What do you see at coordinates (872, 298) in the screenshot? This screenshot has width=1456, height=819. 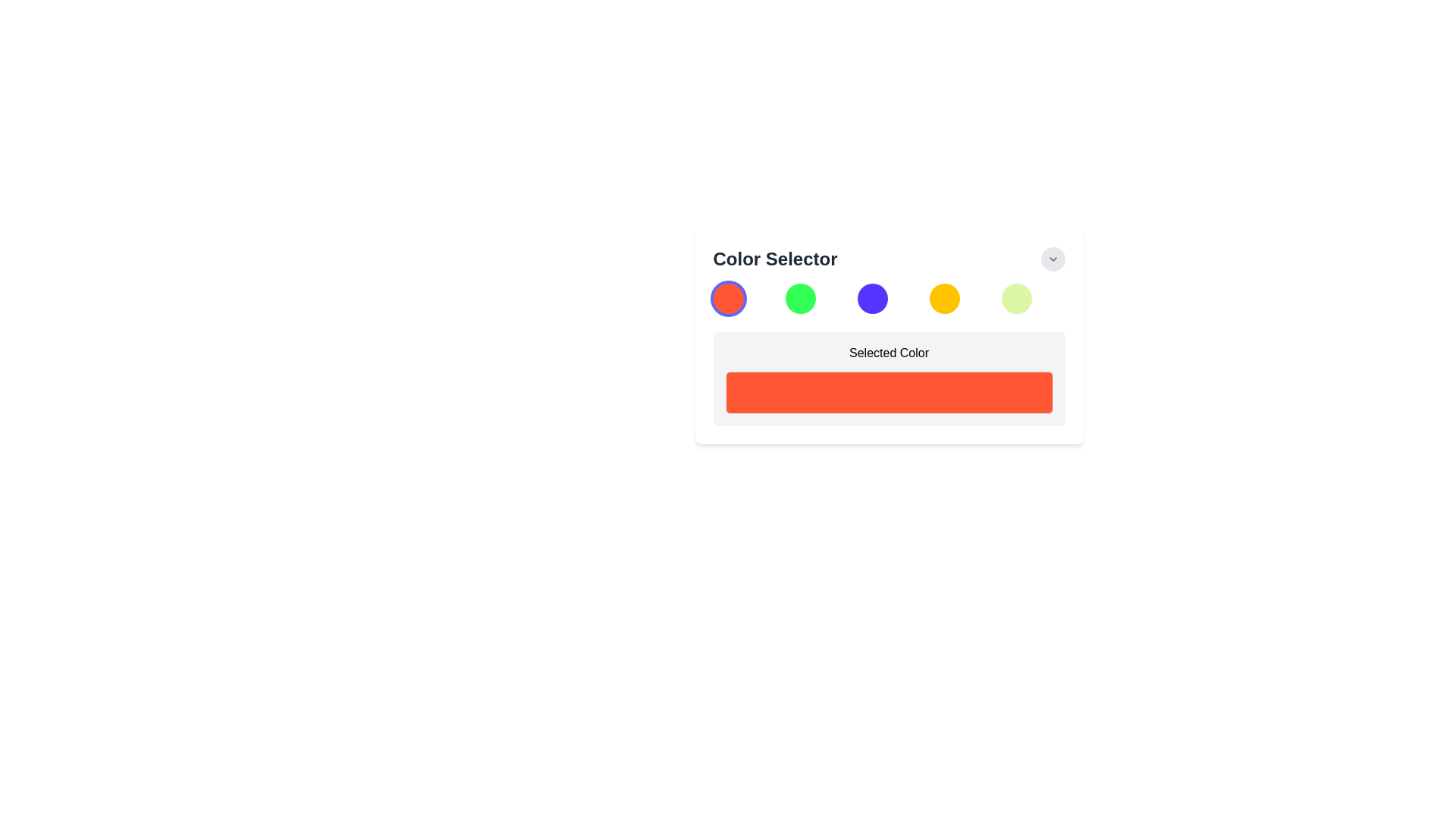 I see `the vibrant purple circular button in the Color Selector group` at bounding box center [872, 298].